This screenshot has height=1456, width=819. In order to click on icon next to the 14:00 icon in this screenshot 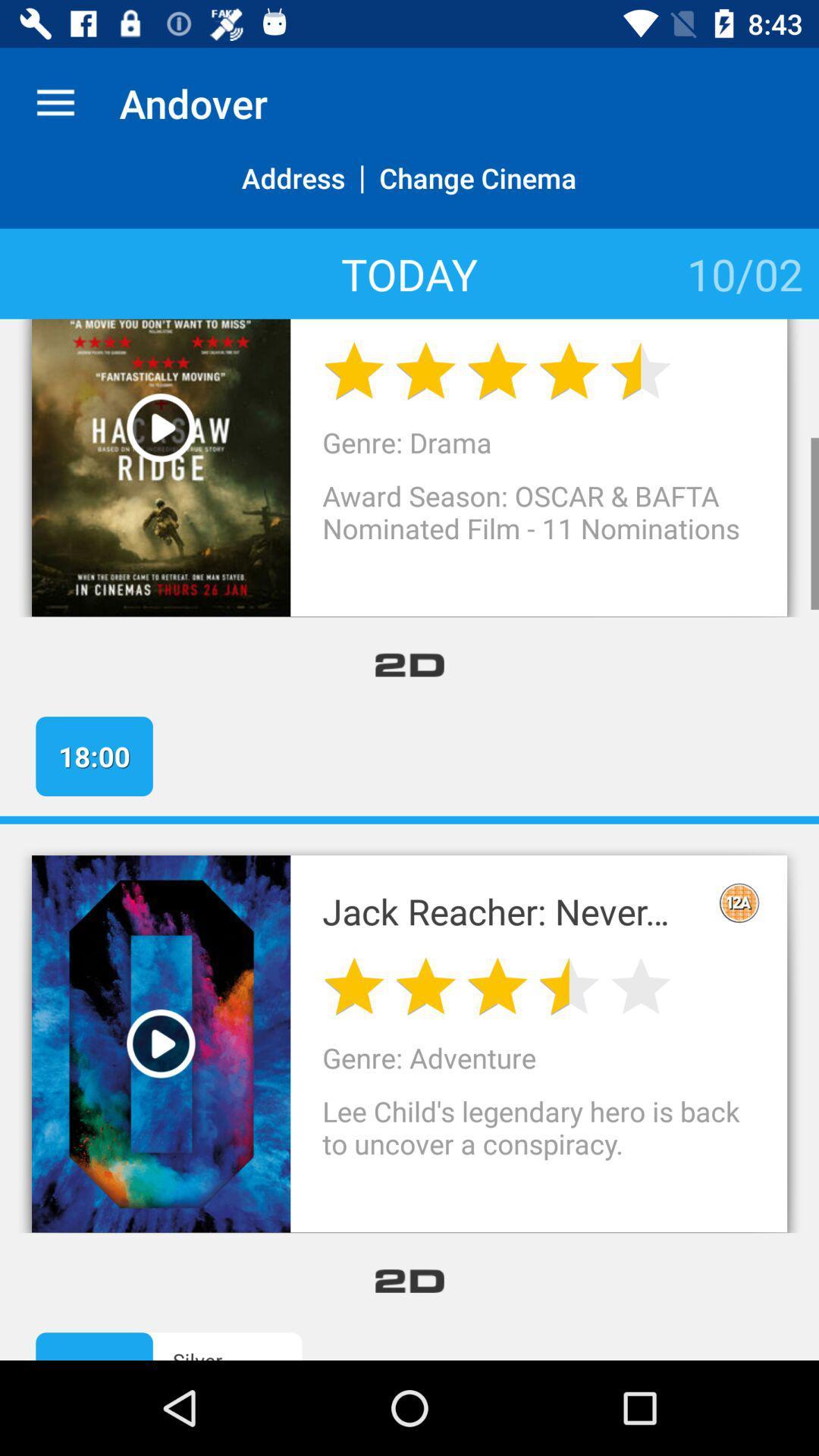, I will do `click(250, 1354)`.